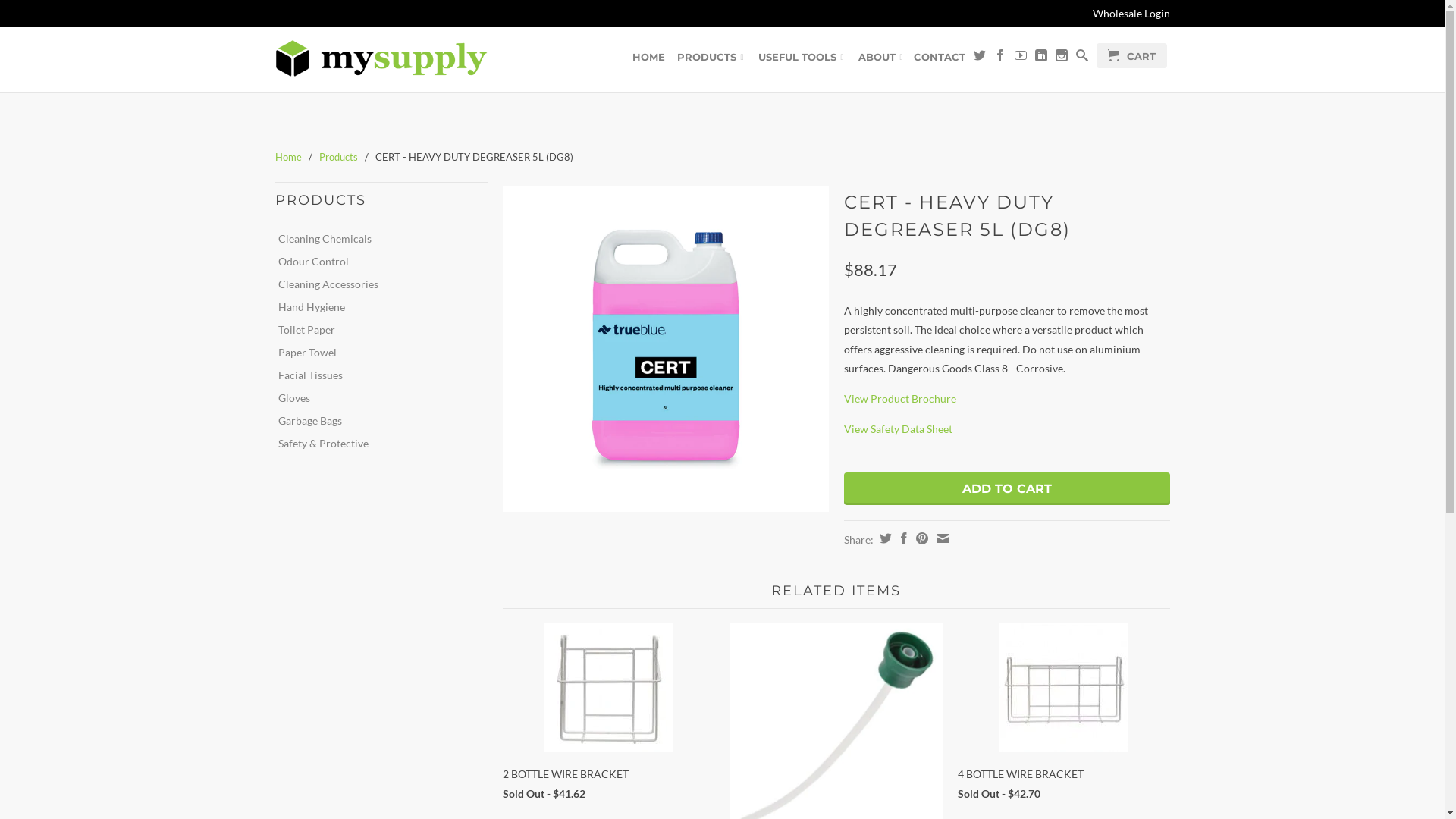 This screenshot has width=1456, height=819. Describe the element at coordinates (897, 428) in the screenshot. I see `'View Safety Data Sheet'` at that location.